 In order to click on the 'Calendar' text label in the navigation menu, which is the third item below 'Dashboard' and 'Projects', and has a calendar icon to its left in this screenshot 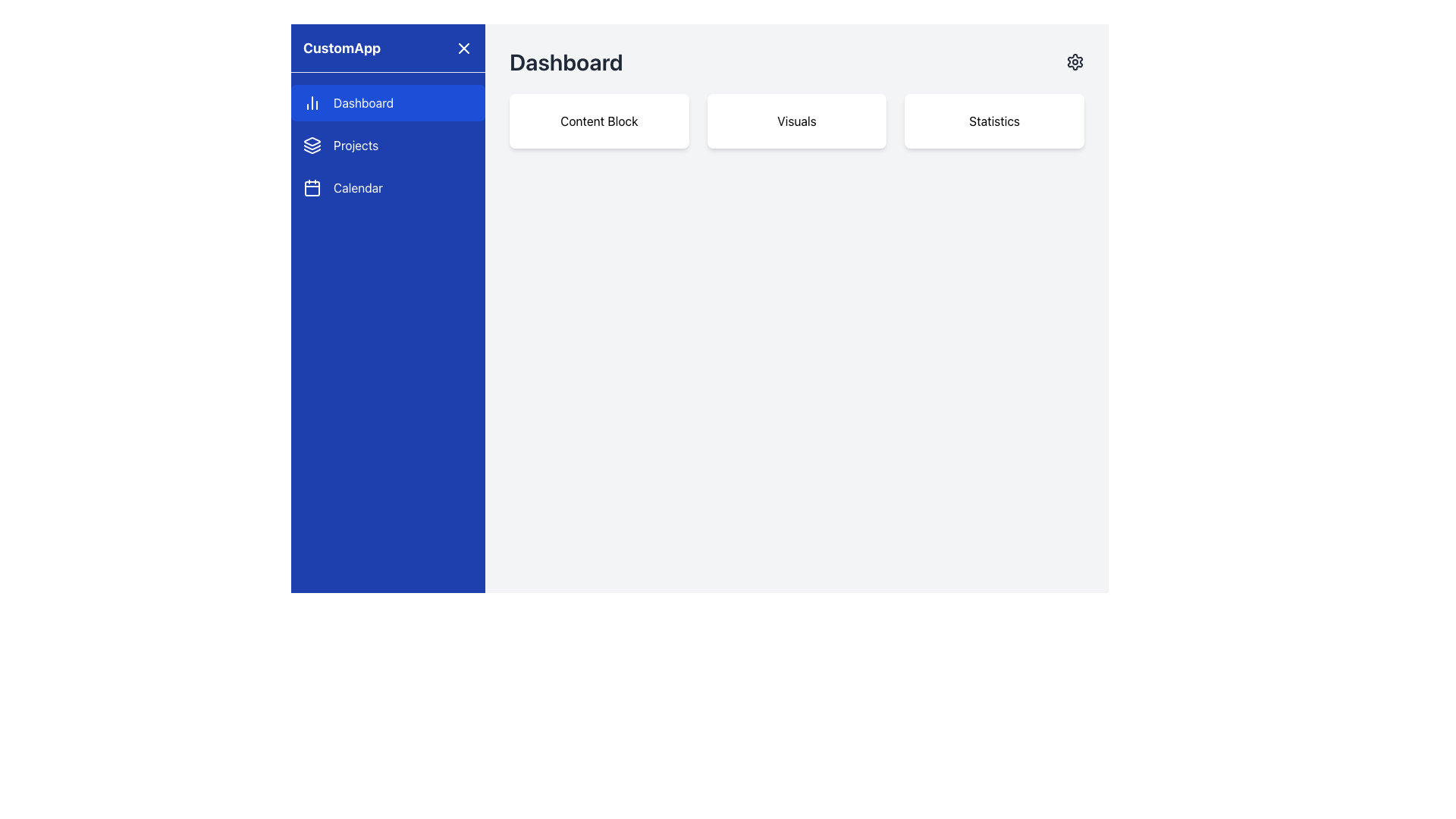, I will do `click(357, 187)`.